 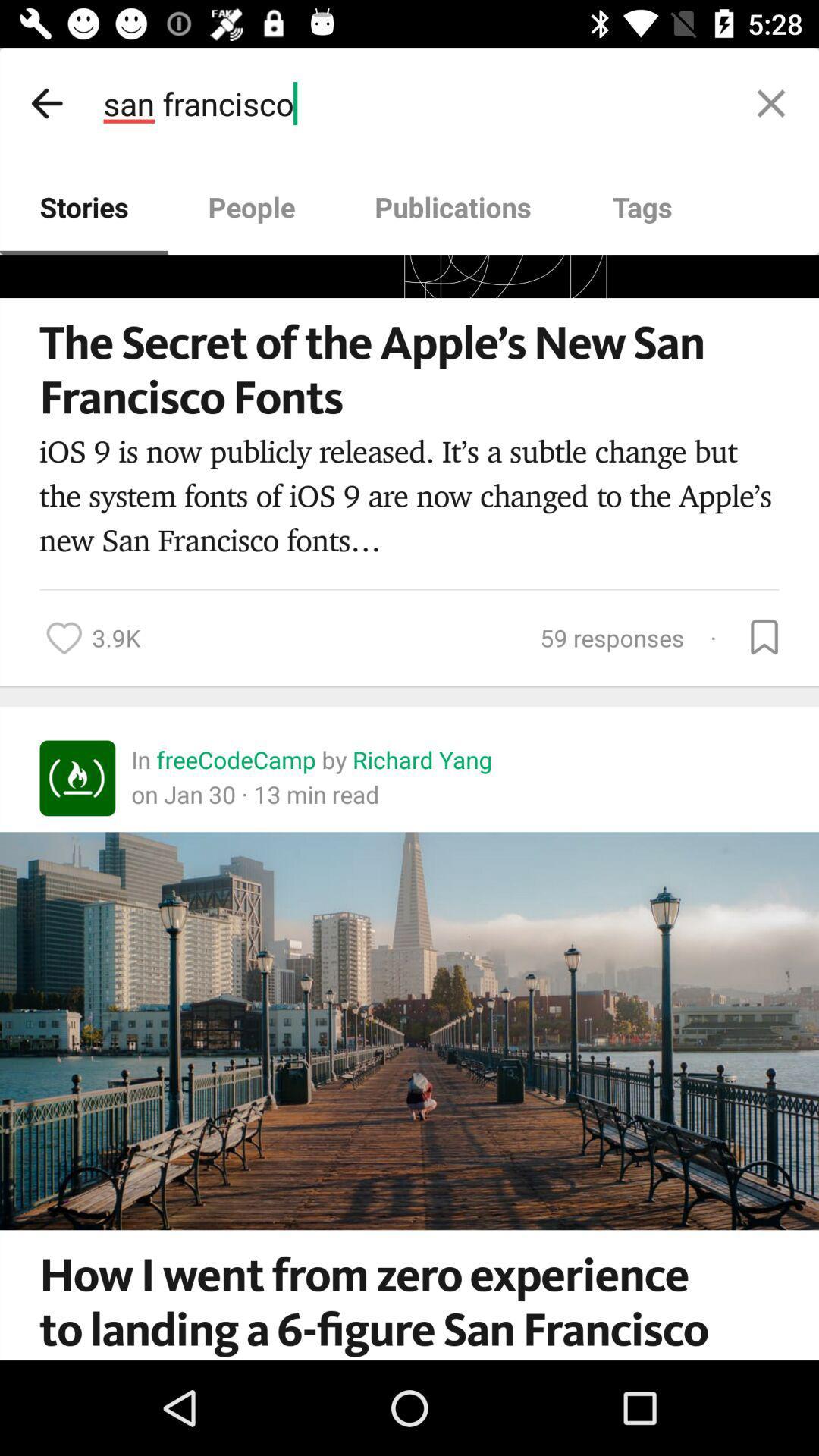 I want to click on the clear button, so click(x=771, y=102).